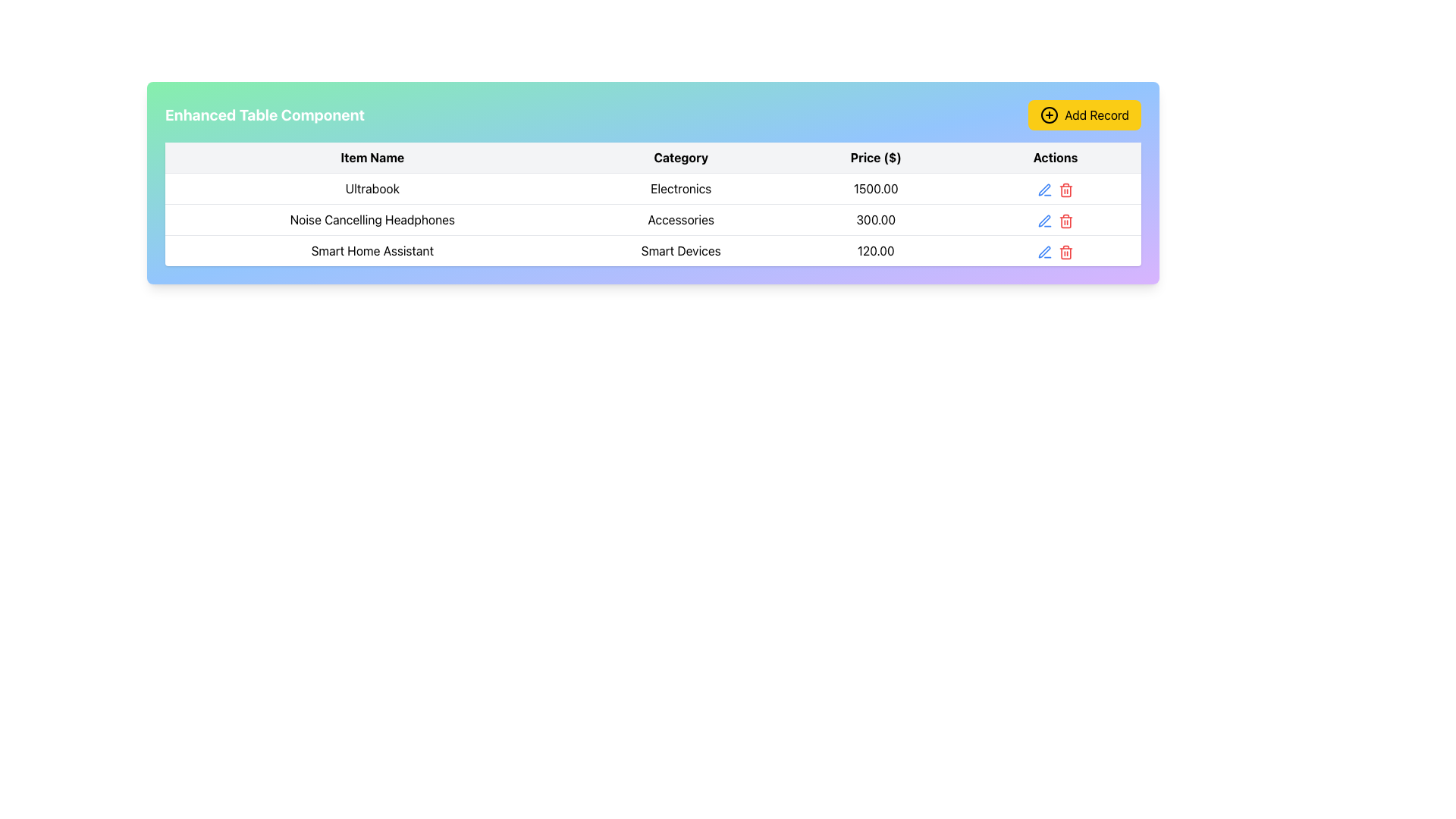 Image resolution: width=1456 pixels, height=819 pixels. Describe the element at coordinates (680, 188) in the screenshot. I see `the text display reading 'Electronics' located in the second column of the first row of the product table for 'Ultrabook'` at that location.